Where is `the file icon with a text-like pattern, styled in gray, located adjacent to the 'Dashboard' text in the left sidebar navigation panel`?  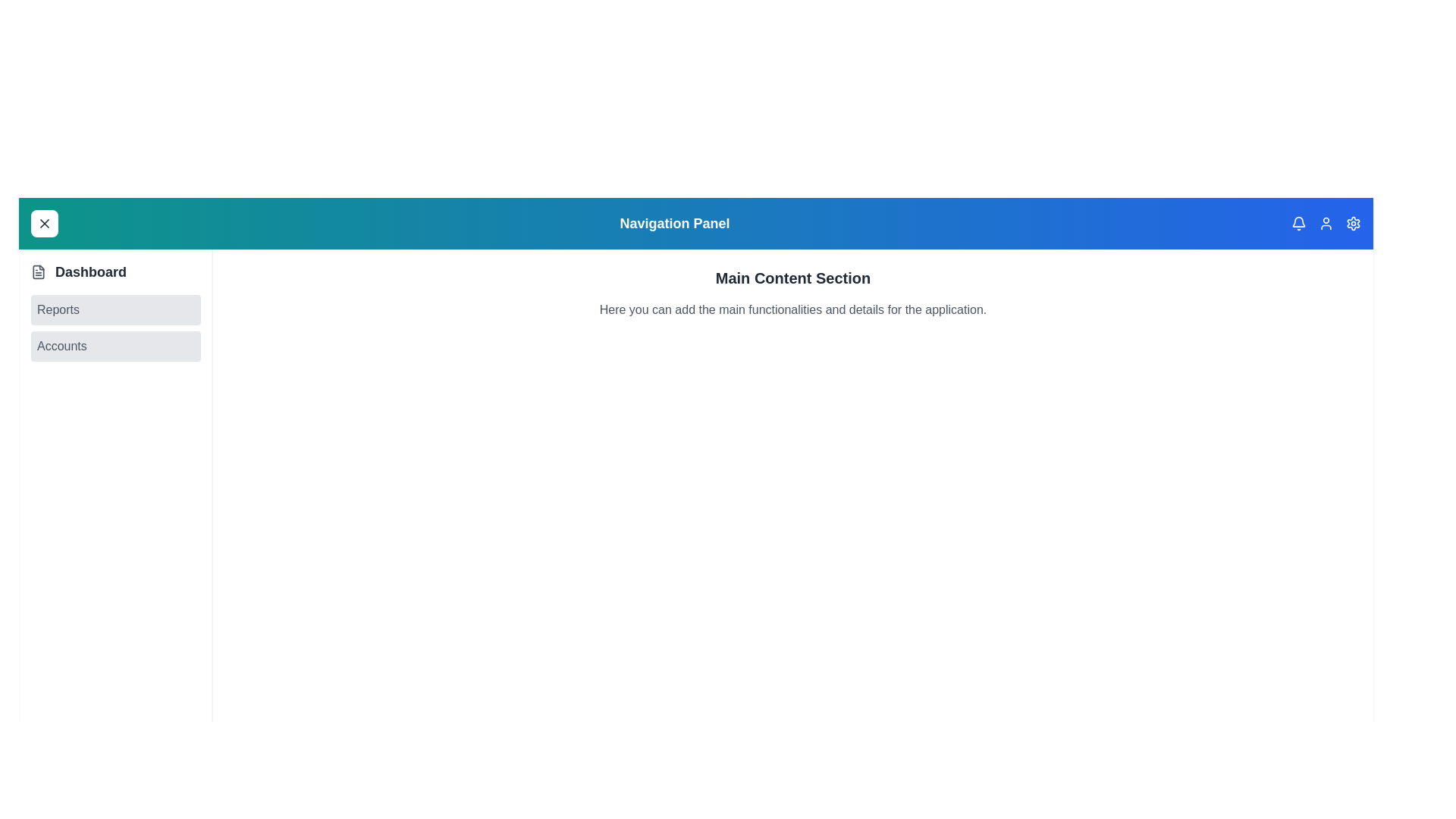 the file icon with a text-like pattern, styled in gray, located adjacent to the 'Dashboard' text in the left sidebar navigation panel is located at coordinates (39, 271).